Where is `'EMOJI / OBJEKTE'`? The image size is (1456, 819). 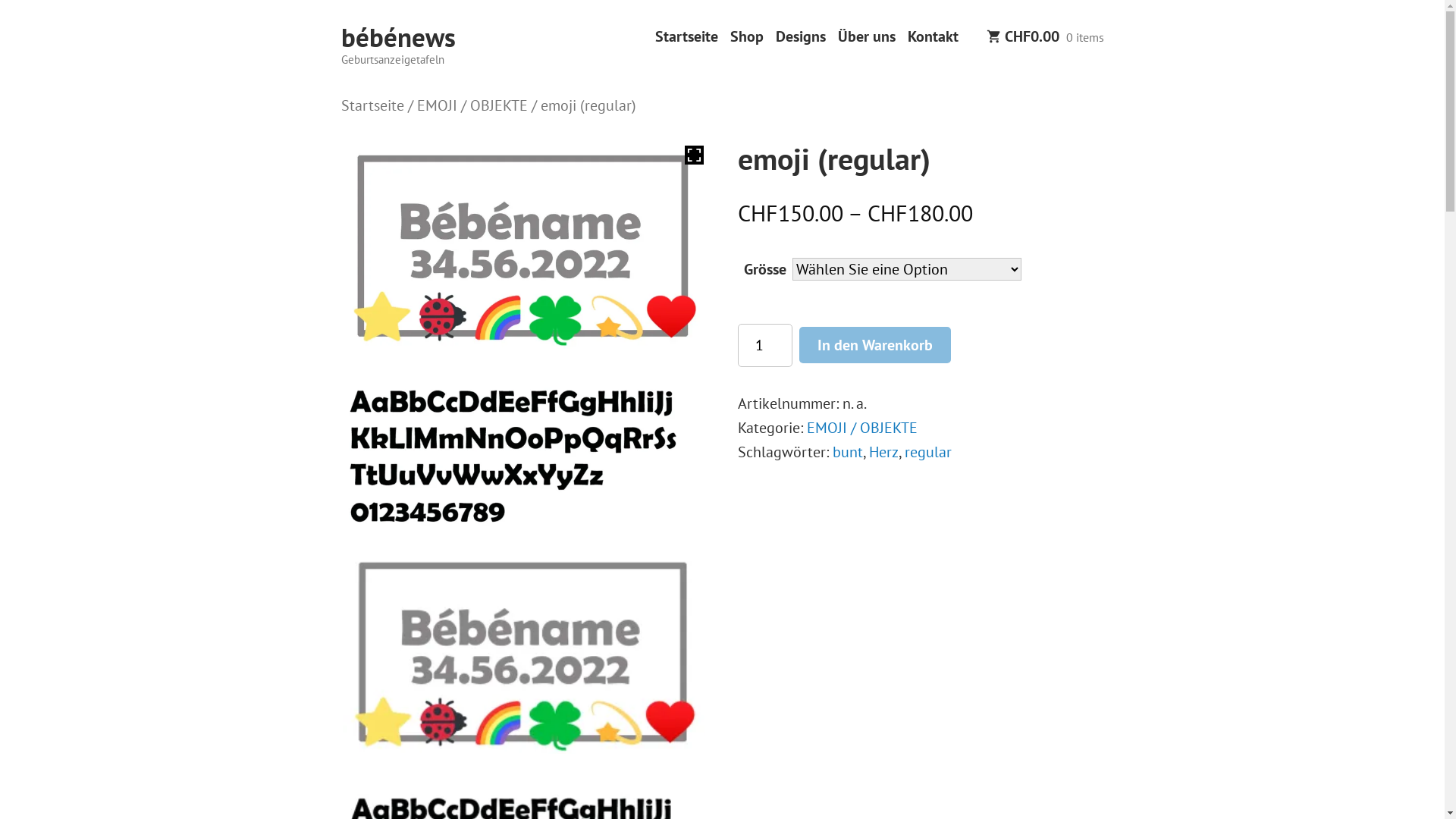
'EMOJI / OBJEKTE' is located at coordinates (472, 104).